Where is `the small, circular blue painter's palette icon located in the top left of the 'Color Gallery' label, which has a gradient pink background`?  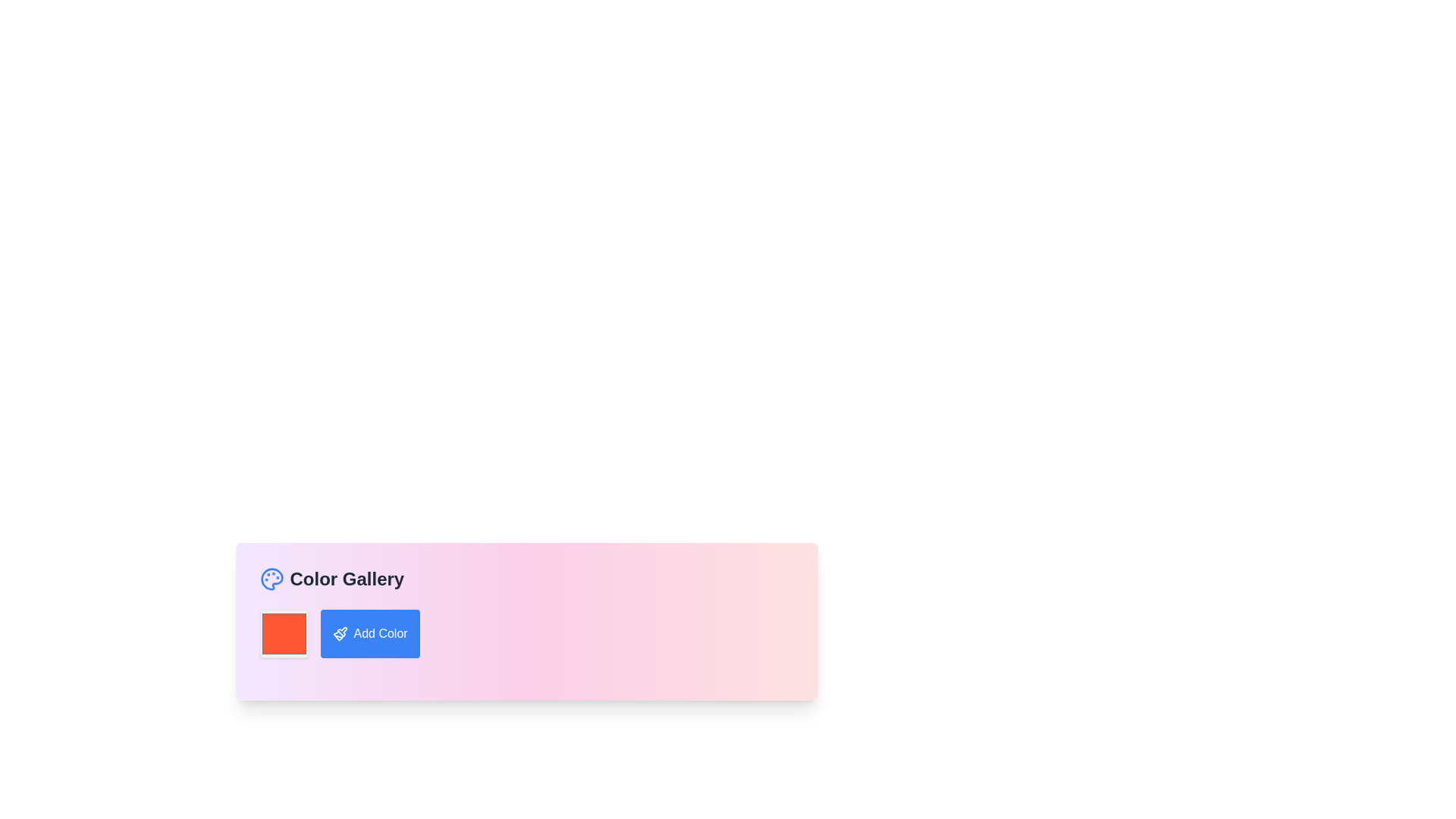
the small, circular blue painter's palette icon located in the top left of the 'Color Gallery' label, which has a gradient pink background is located at coordinates (271, 579).